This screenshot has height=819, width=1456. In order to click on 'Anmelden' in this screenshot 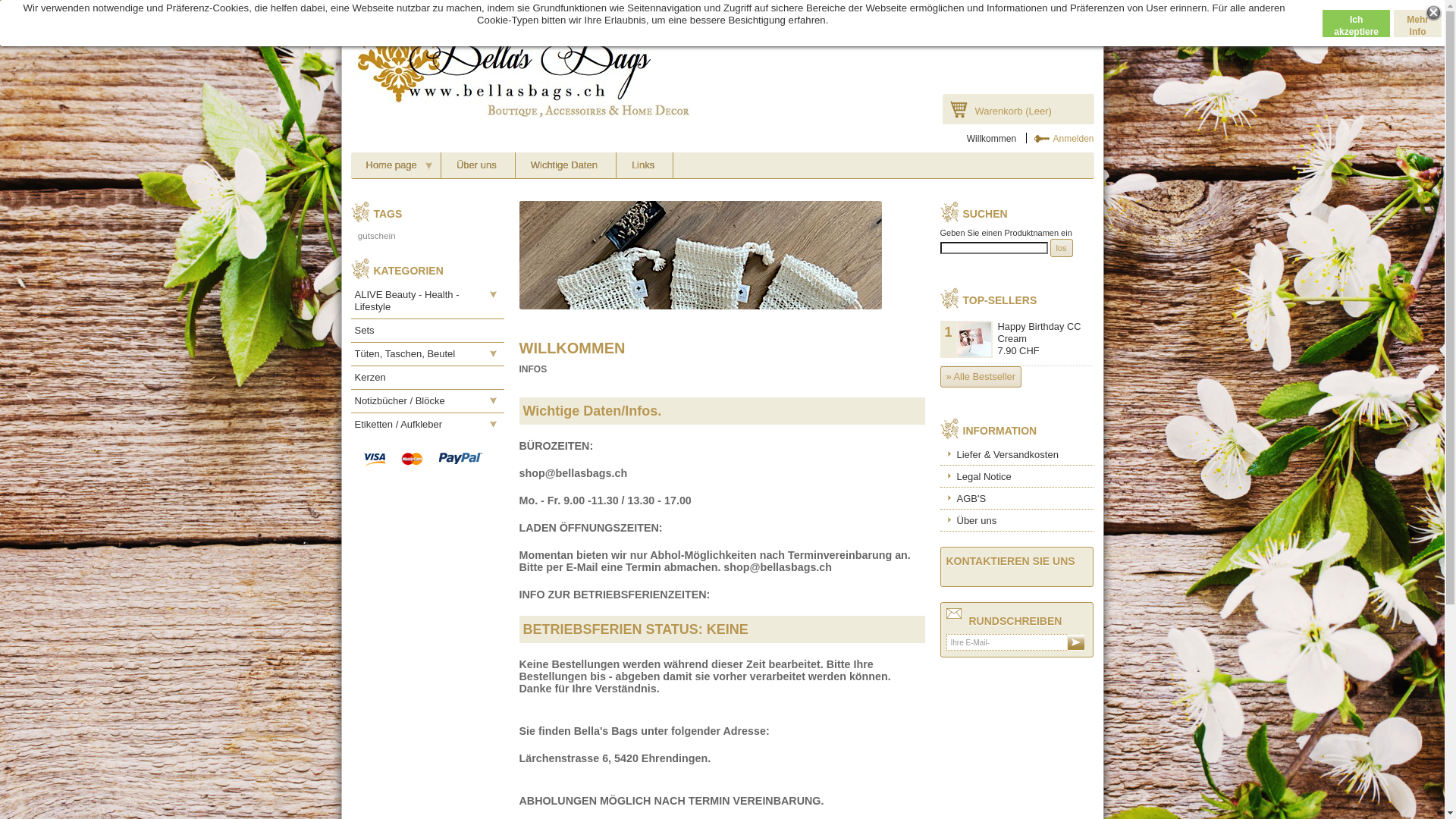, I will do `click(1059, 137)`.